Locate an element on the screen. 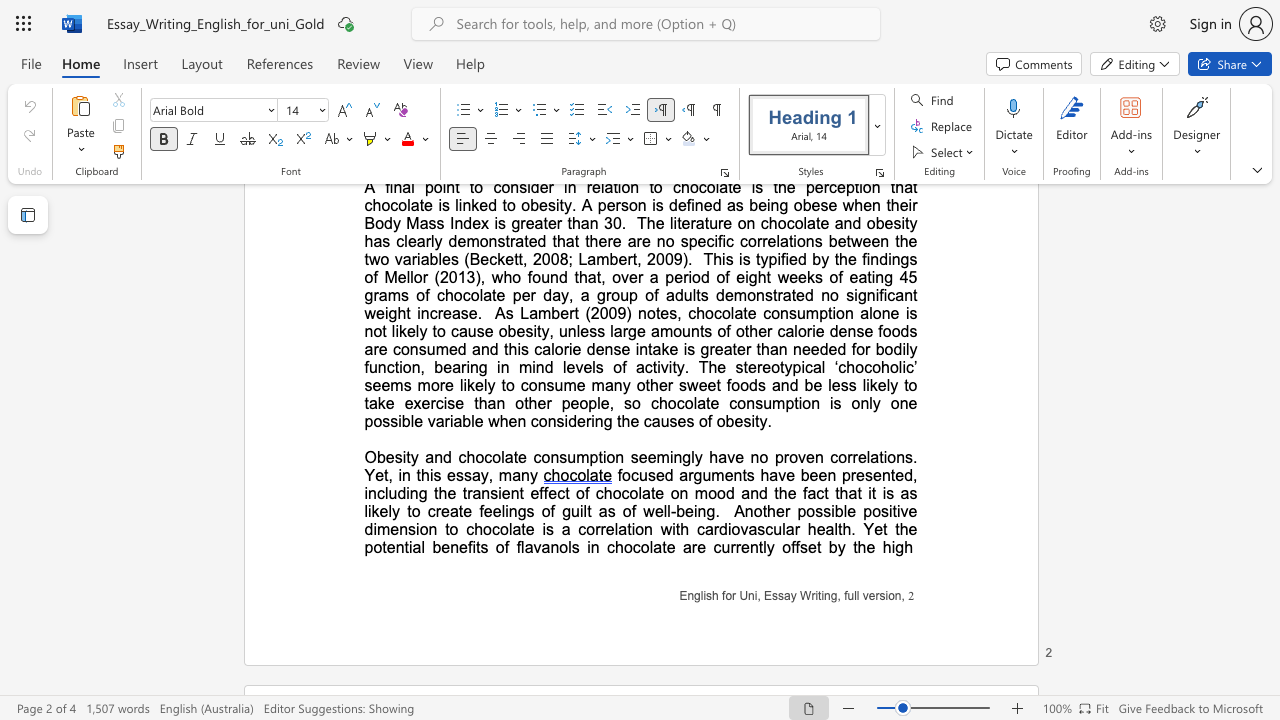 Image resolution: width=1280 pixels, height=720 pixels. the subset text "ssay, ma" within the text "no proven correlations. Yet, in this essay, many" is located at coordinates (454, 475).